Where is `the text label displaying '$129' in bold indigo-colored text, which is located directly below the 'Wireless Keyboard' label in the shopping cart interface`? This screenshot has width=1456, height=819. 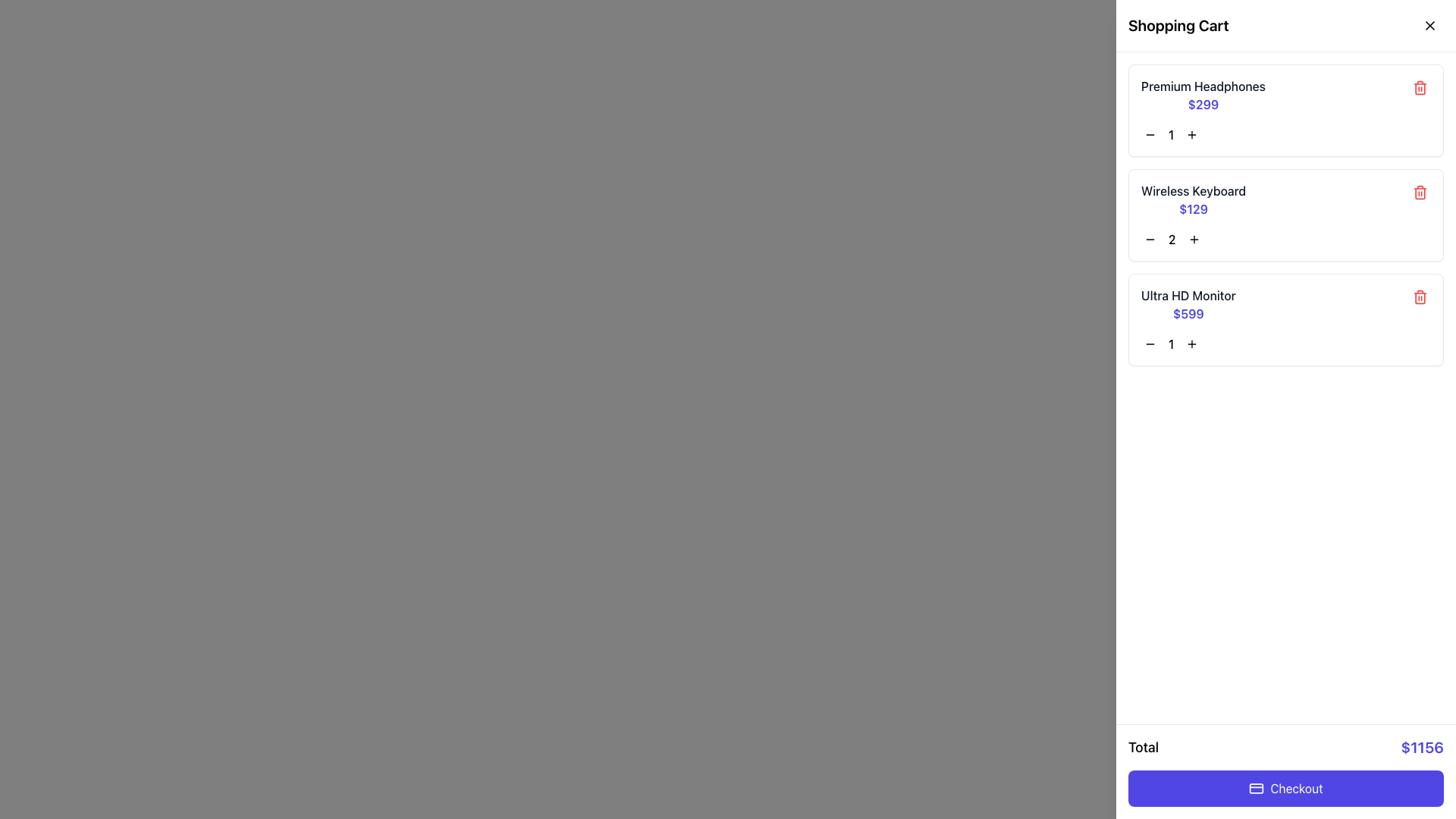 the text label displaying '$129' in bold indigo-colored text, which is located directly below the 'Wireless Keyboard' label in the shopping cart interface is located at coordinates (1193, 209).